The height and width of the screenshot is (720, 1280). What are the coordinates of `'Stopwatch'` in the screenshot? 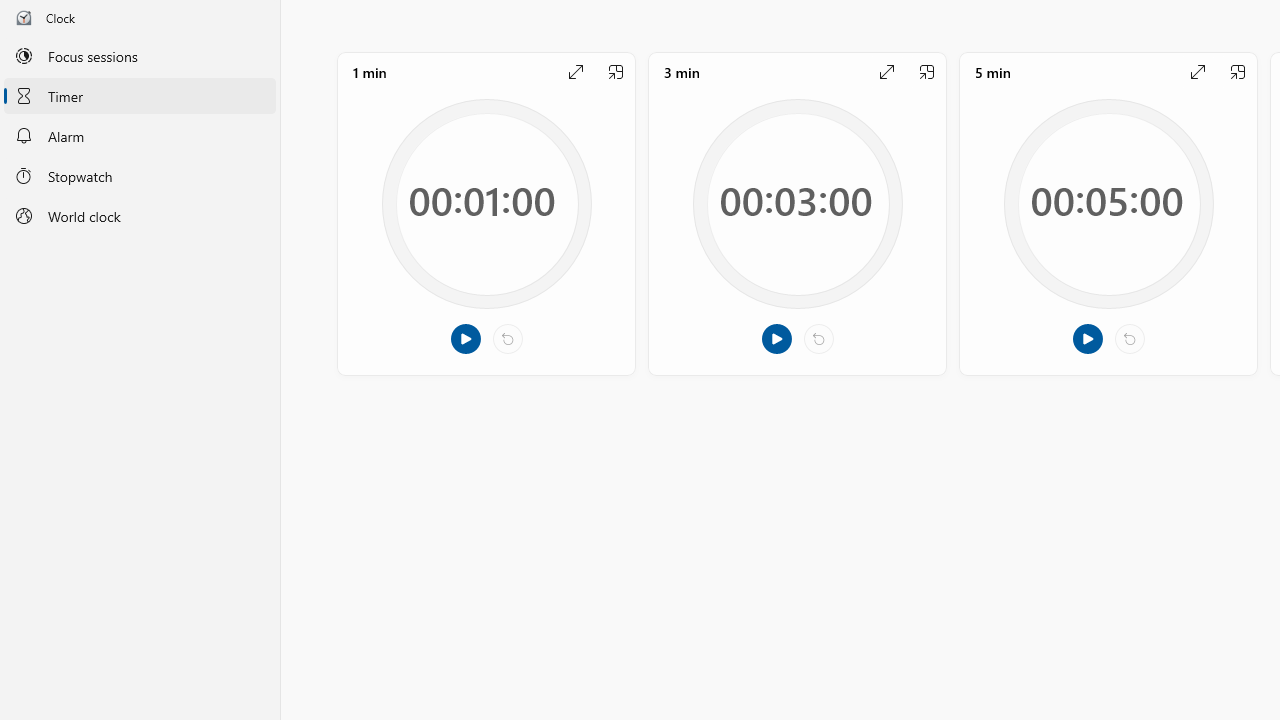 It's located at (139, 174).